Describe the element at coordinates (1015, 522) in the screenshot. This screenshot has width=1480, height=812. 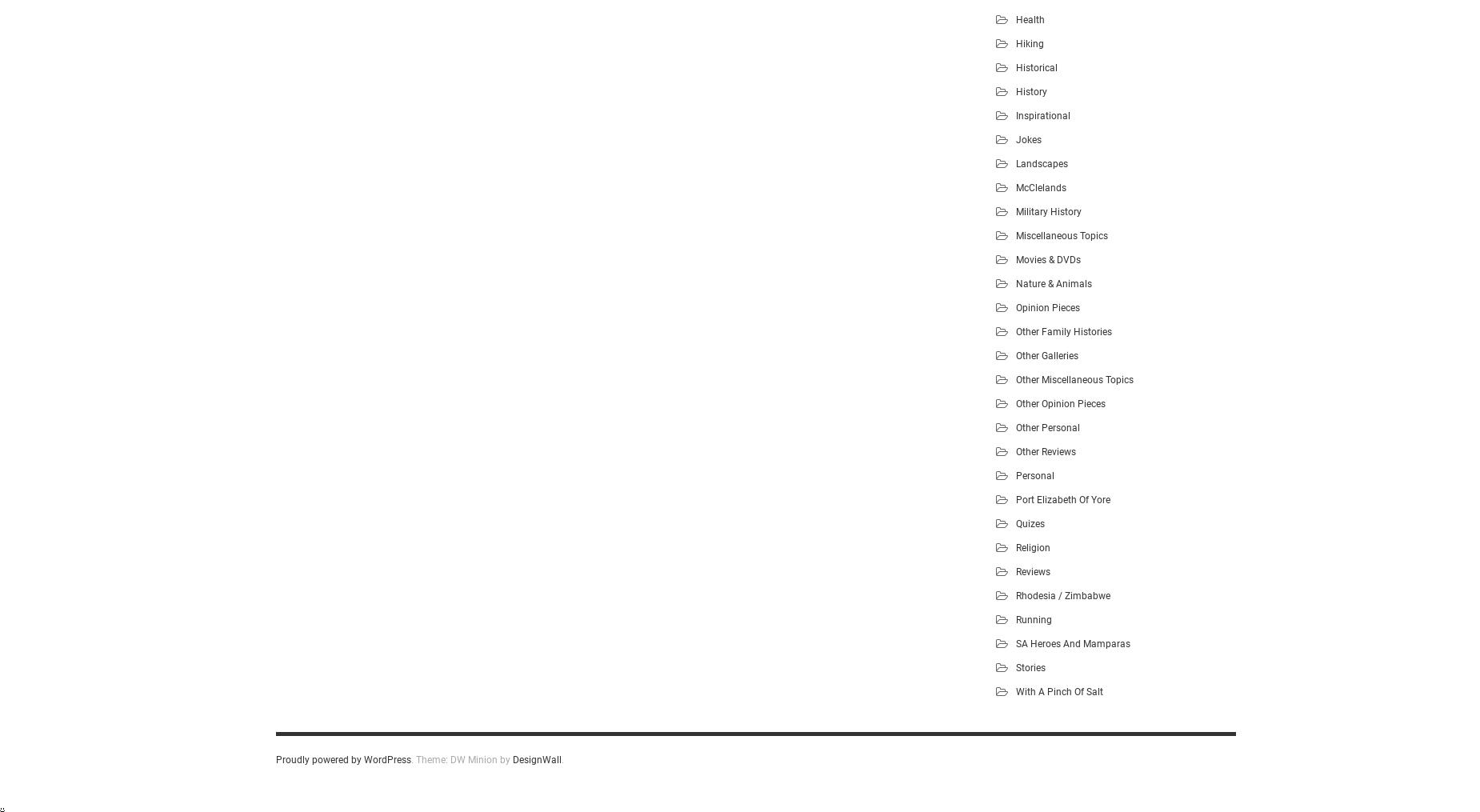
I see `'Quizes'` at that location.